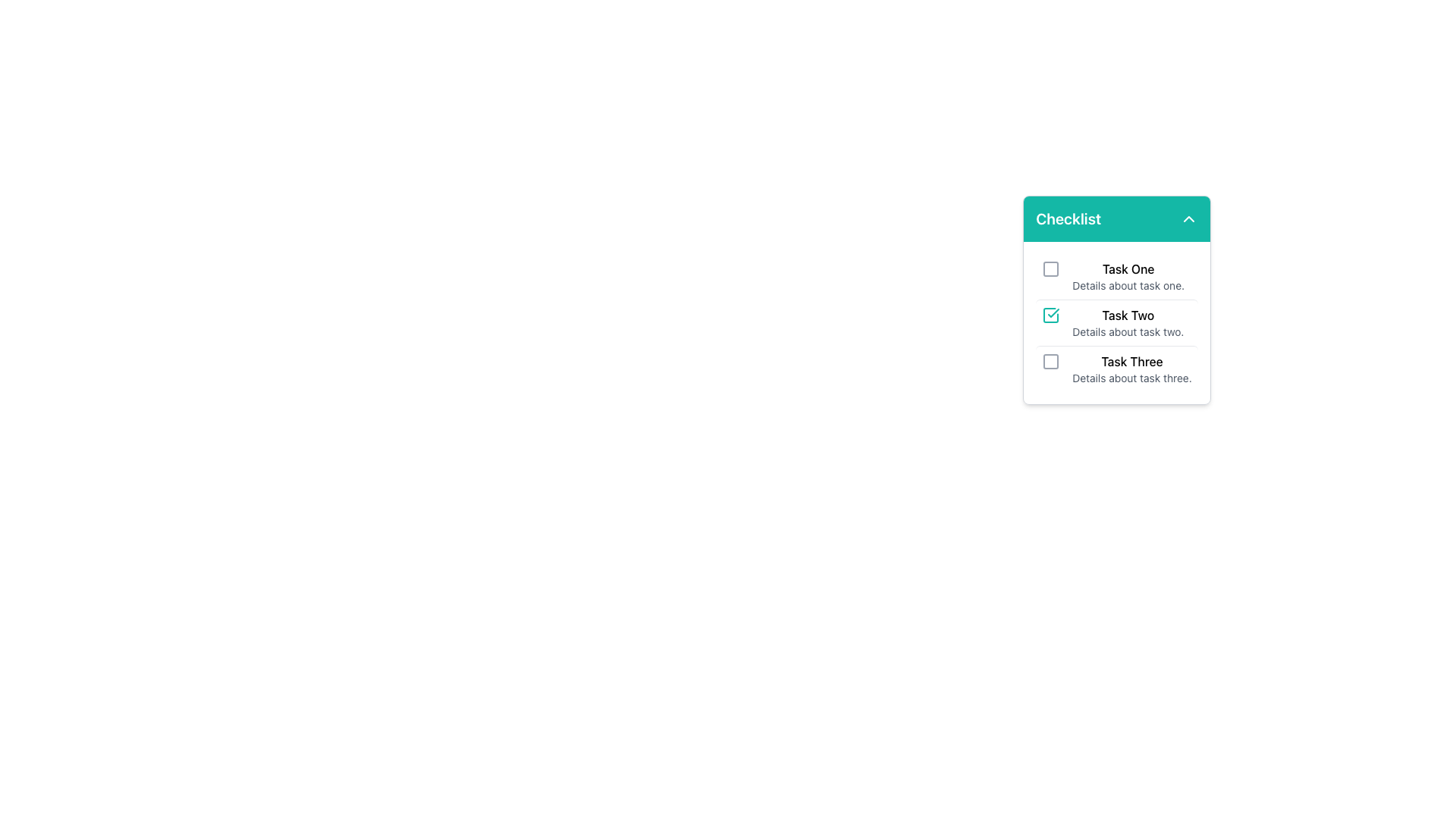 The height and width of the screenshot is (819, 1456). What do you see at coordinates (1053, 312) in the screenshot?
I see `the teal checkmark icon representing a completed state in the checklist for 'Task Two'` at bounding box center [1053, 312].